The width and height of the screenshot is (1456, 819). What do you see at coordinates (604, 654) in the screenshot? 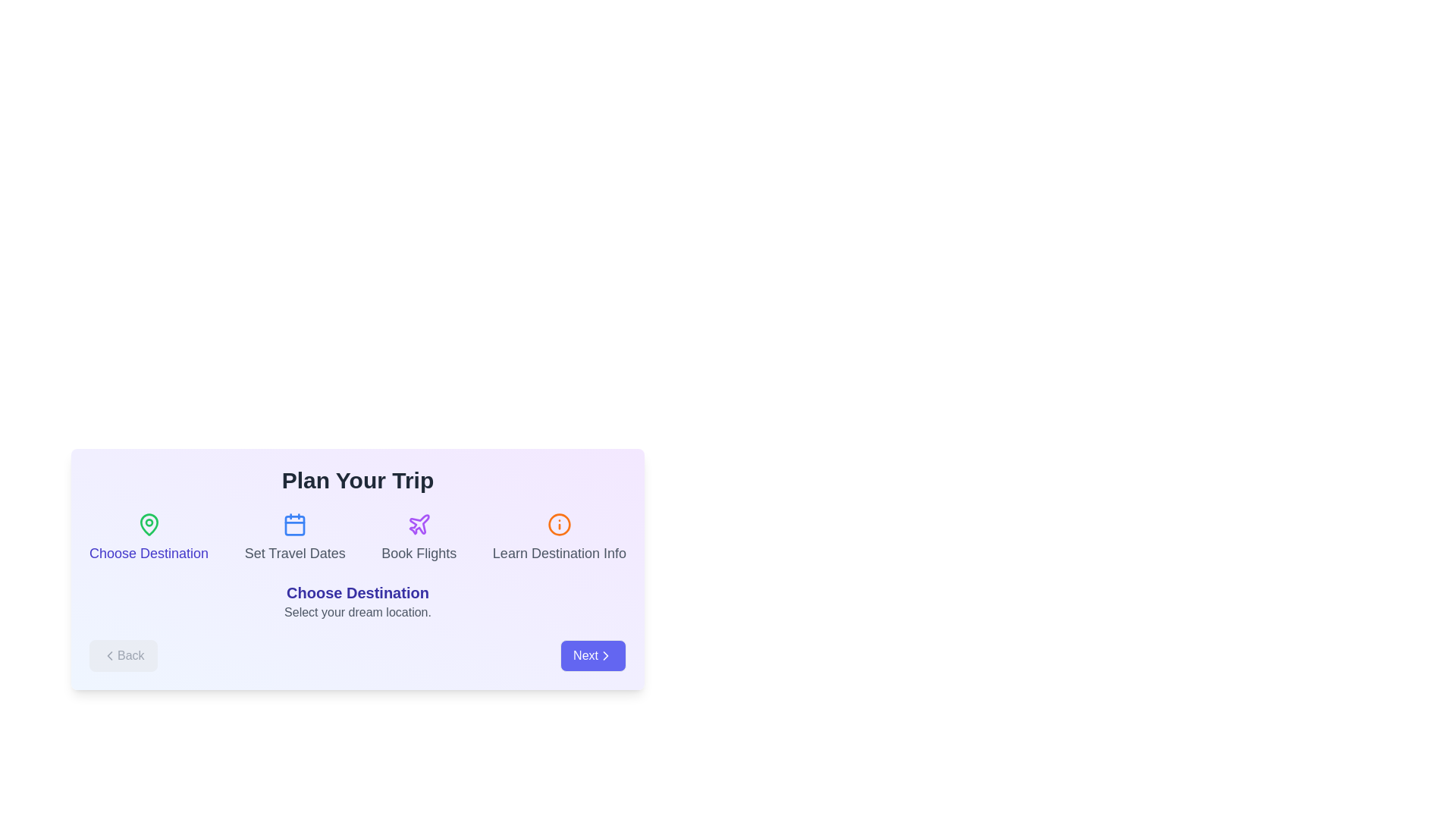
I see `the rightward chevron icon inside the 'Next' button located below the 'Plan Your Trip' section for visual feedback` at bounding box center [604, 654].